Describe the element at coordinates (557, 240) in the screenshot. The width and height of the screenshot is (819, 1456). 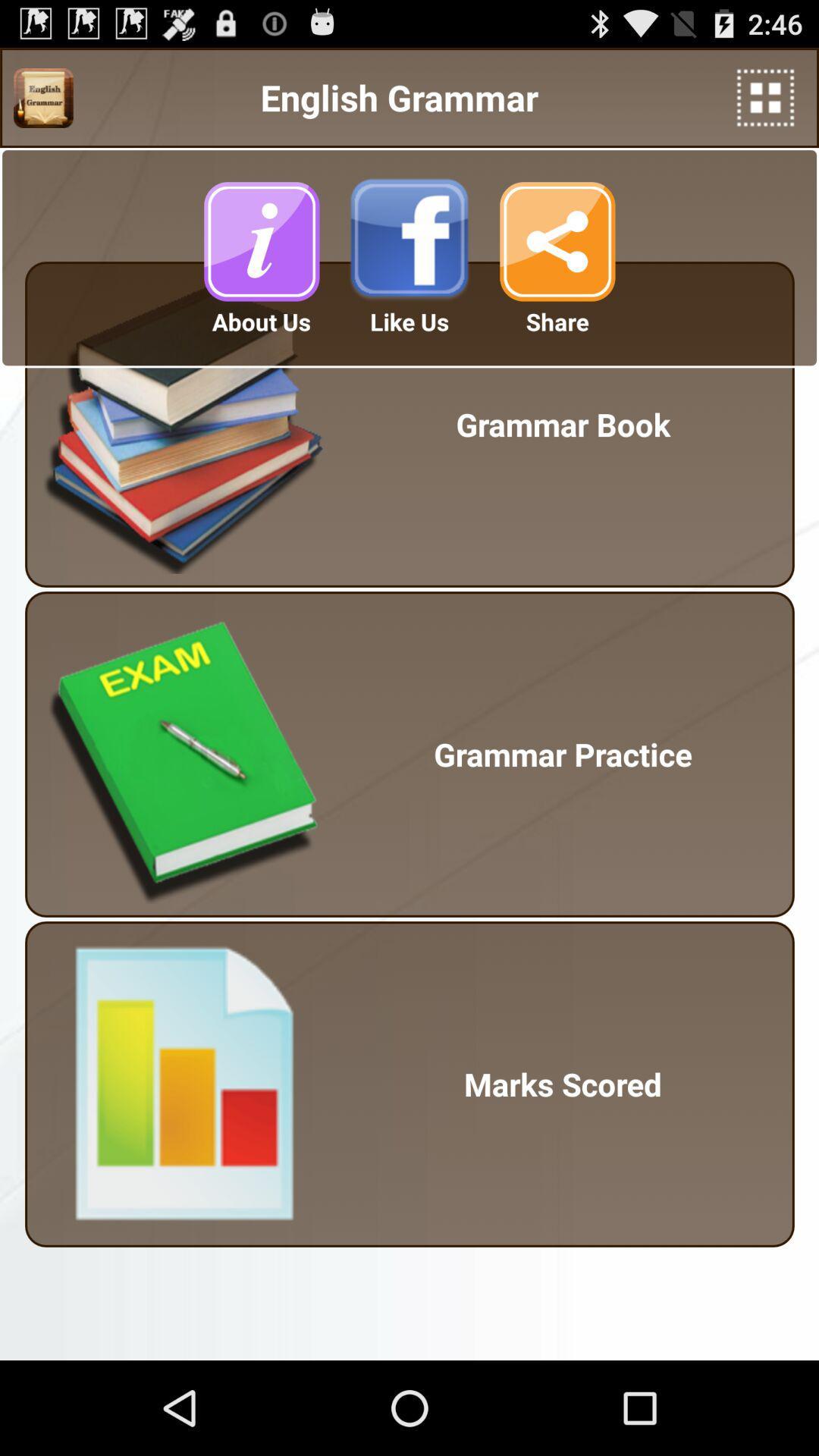
I see `share the app` at that location.